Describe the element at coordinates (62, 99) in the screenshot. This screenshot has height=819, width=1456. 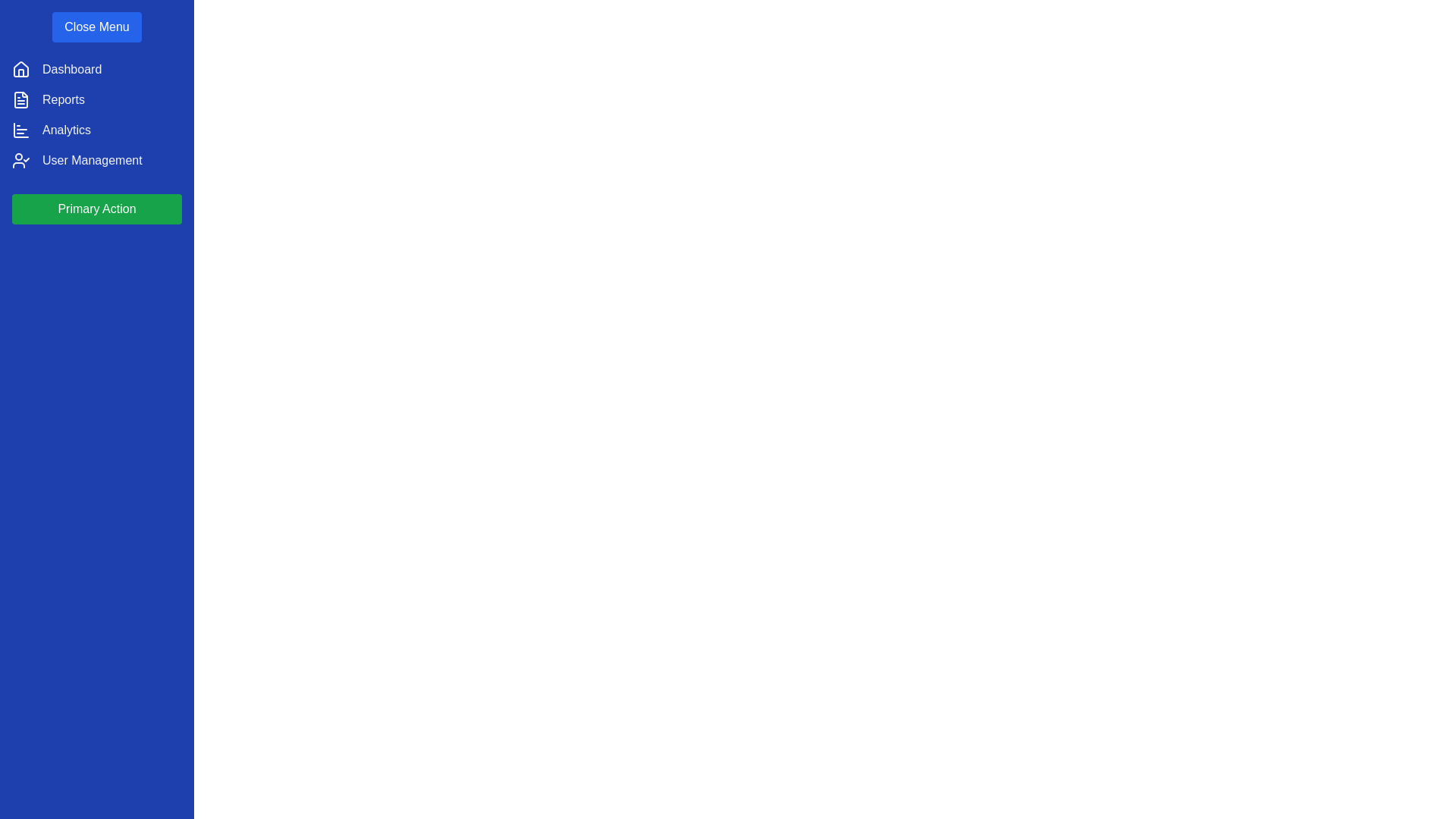
I see `the navigation item Reports from the list` at that location.